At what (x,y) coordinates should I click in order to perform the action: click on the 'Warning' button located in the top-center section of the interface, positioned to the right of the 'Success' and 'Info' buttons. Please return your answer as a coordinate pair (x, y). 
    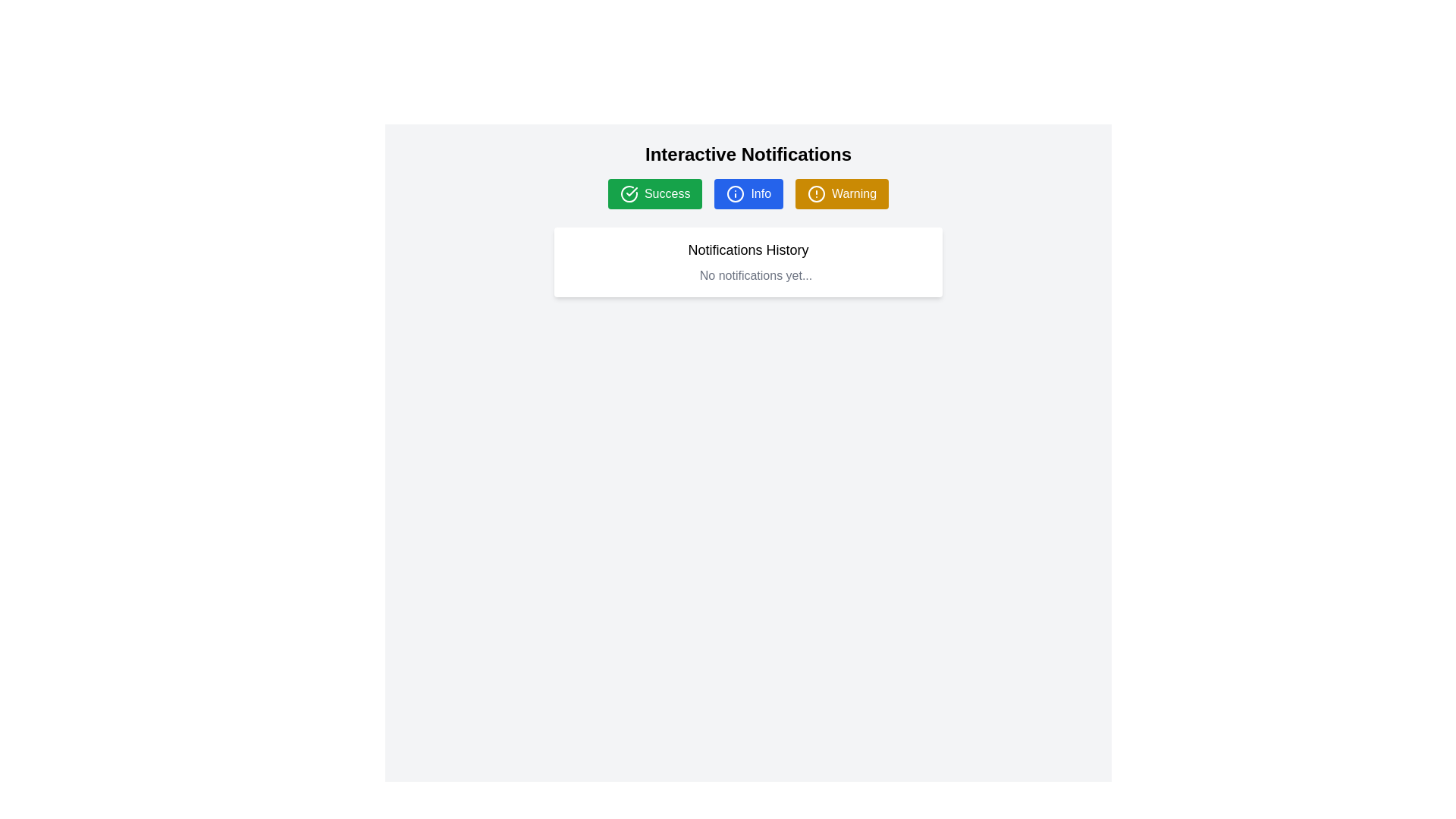
    Looking at the image, I should click on (841, 193).